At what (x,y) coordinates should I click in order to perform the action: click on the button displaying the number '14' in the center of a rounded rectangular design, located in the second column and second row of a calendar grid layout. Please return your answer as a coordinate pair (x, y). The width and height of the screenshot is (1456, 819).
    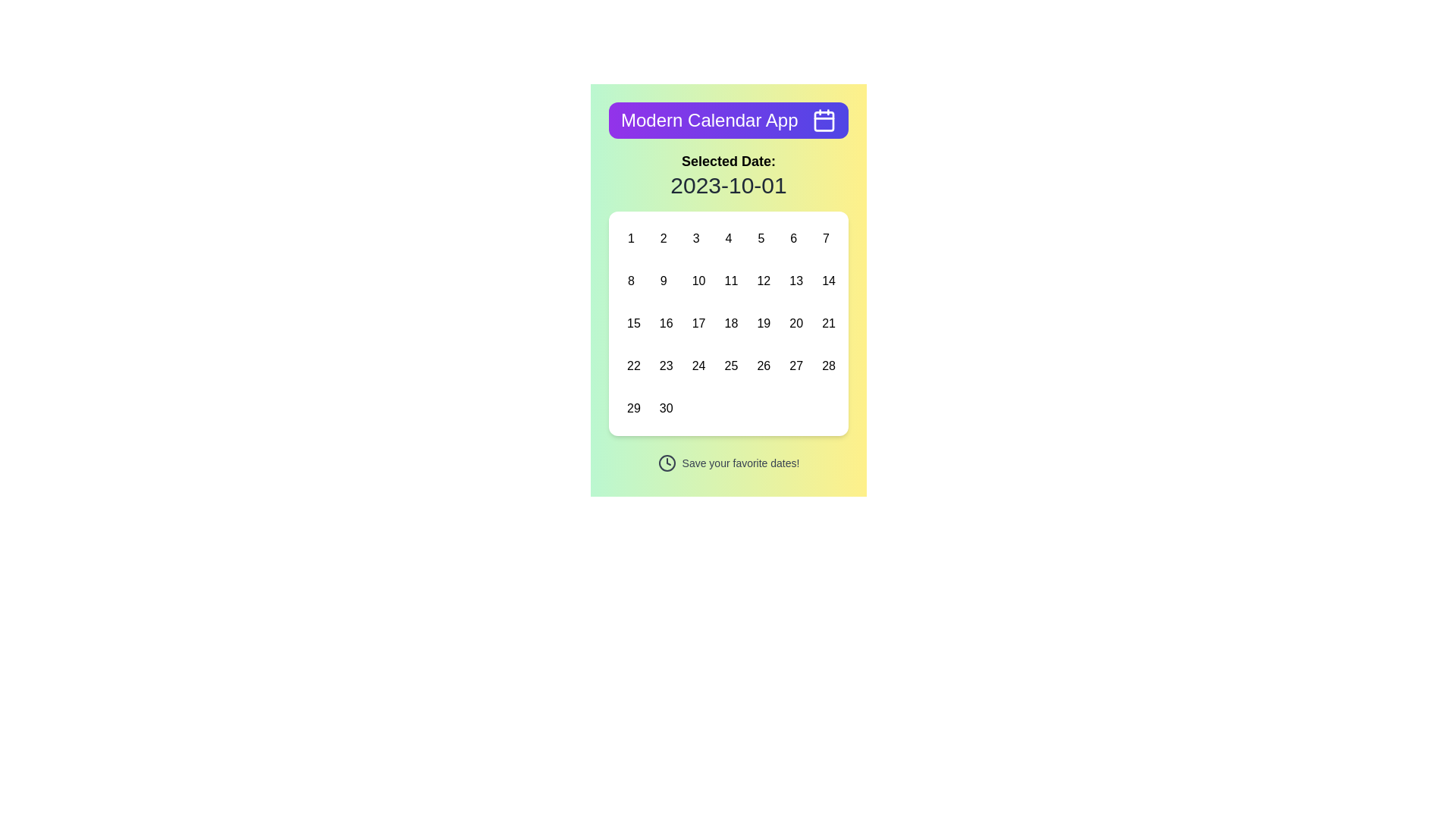
    Looking at the image, I should click on (825, 281).